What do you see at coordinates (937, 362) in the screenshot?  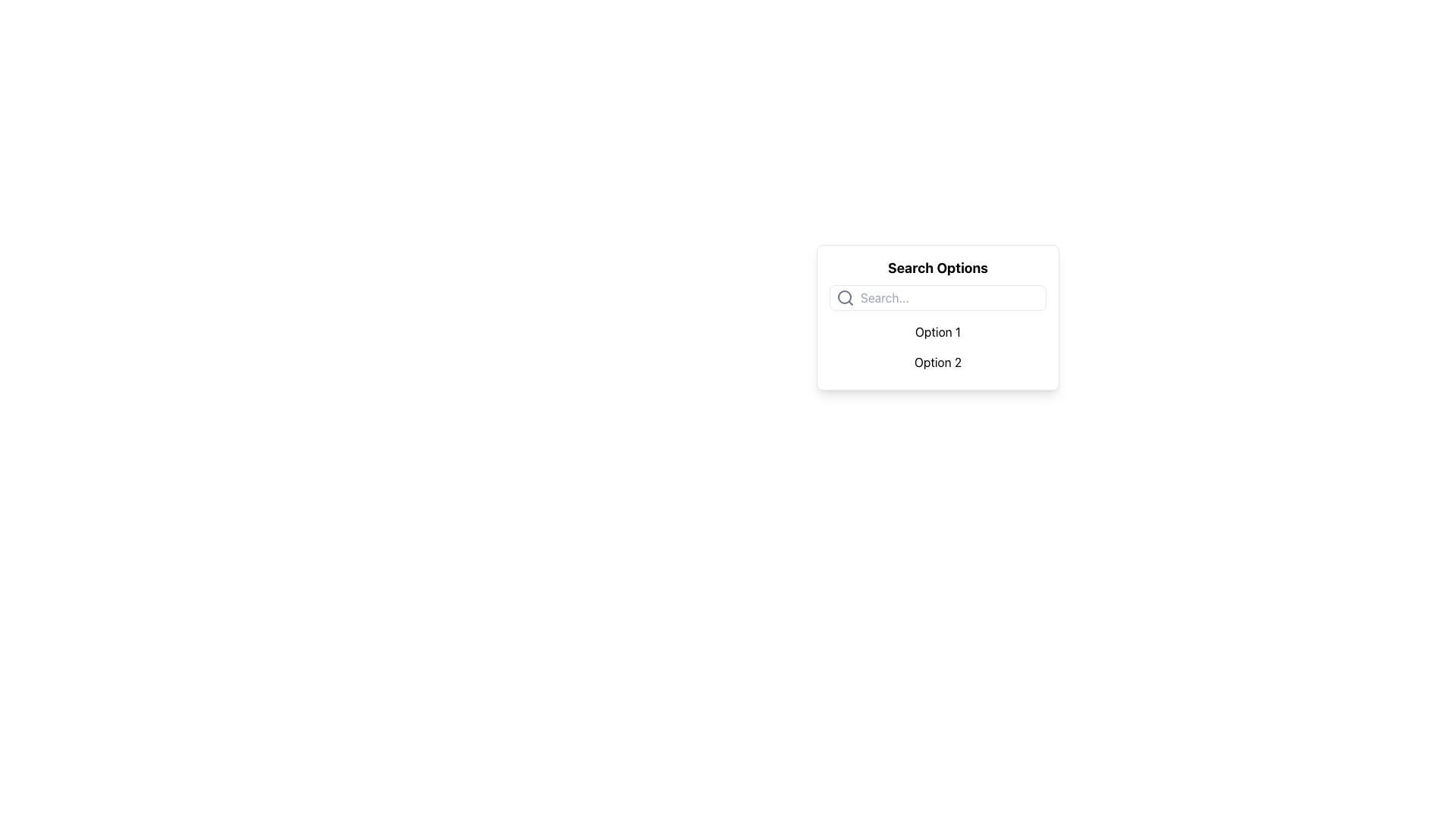 I see `the second item in the dropdown menu located beneath the search bar` at bounding box center [937, 362].